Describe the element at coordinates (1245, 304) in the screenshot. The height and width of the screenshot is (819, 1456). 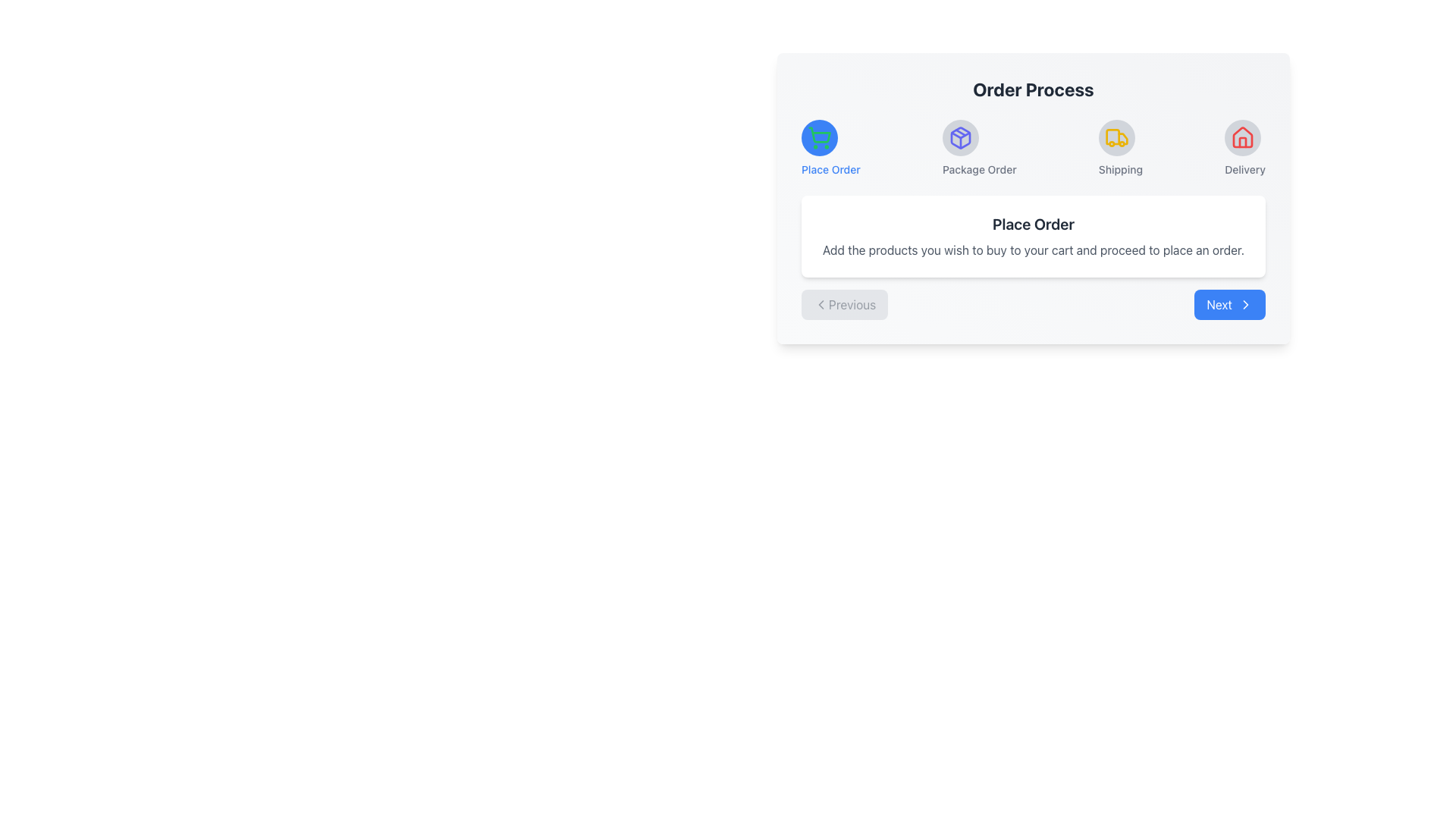
I see `the 'Next' icon located at the bottom-right corner of the interface` at that location.